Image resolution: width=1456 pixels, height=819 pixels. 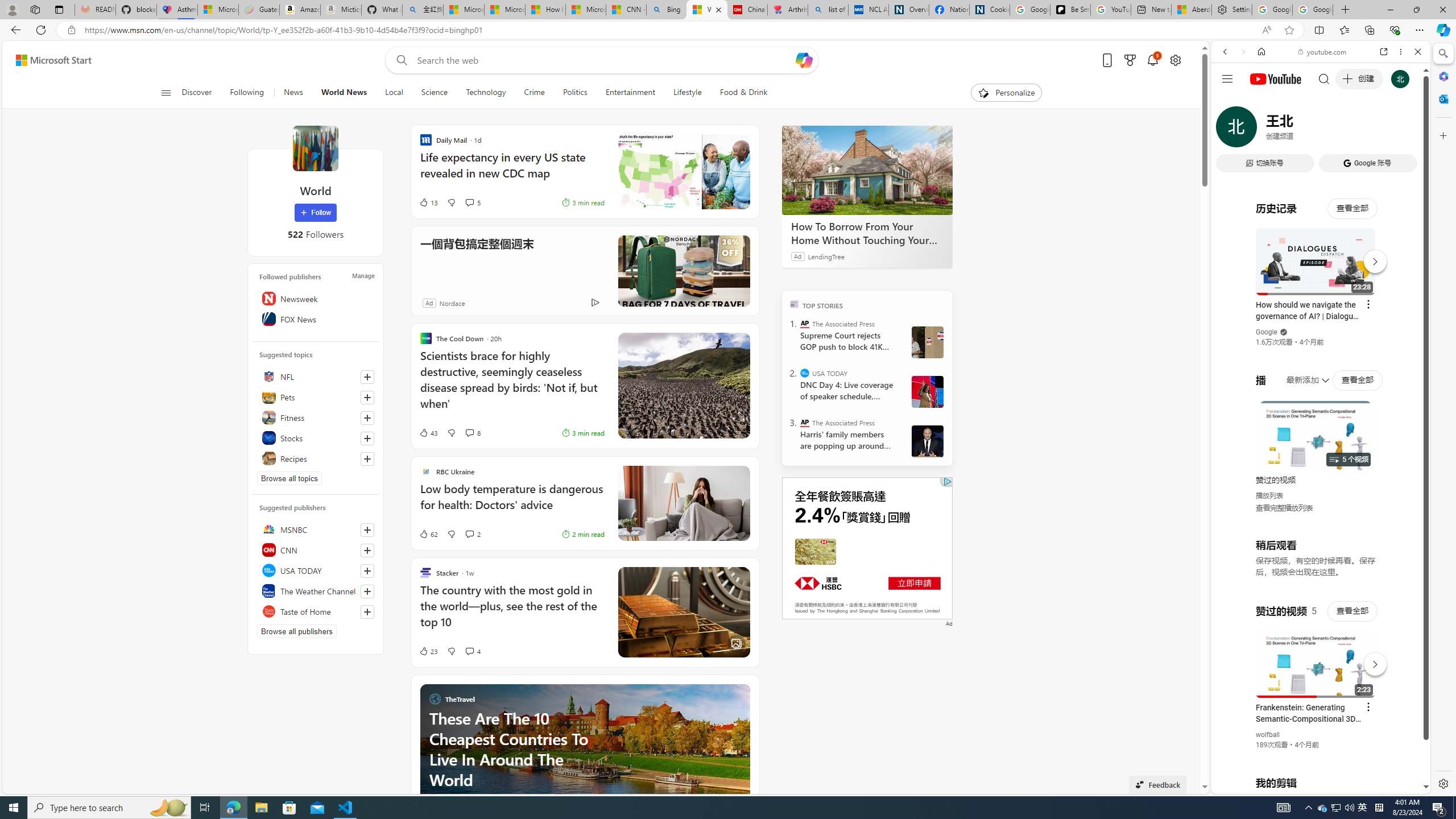 What do you see at coordinates (367, 459) in the screenshot?
I see `'Follow this topic'` at bounding box center [367, 459].